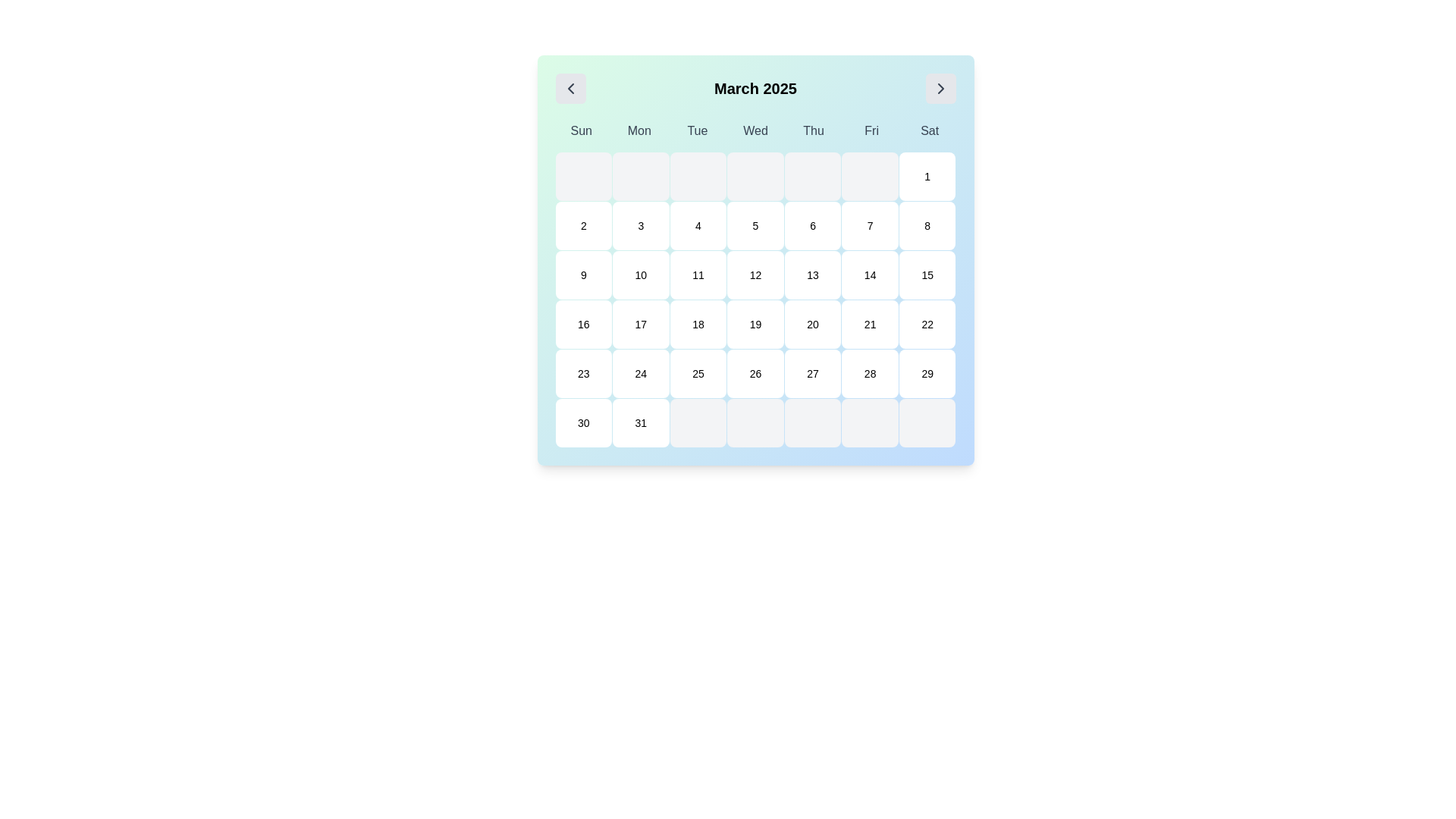 This screenshot has width=1456, height=819. Describe the element at coordinates (755, 423) in the screenshot. I see `the inactive calendar date cell representing Thursday, which is part of the week containing the 26th of the month` at that location.